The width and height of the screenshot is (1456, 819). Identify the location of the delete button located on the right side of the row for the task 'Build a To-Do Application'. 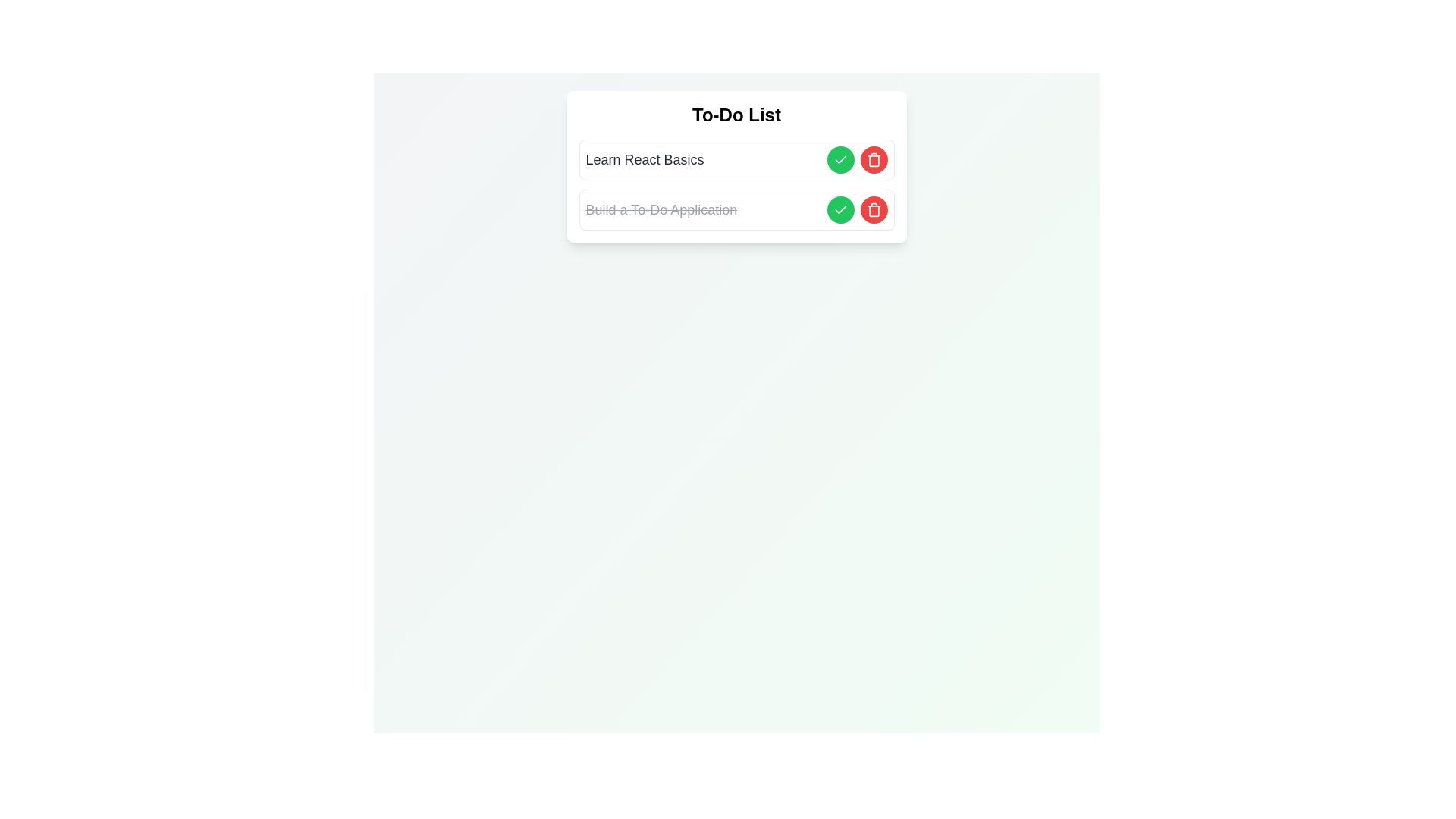
(874, 210).